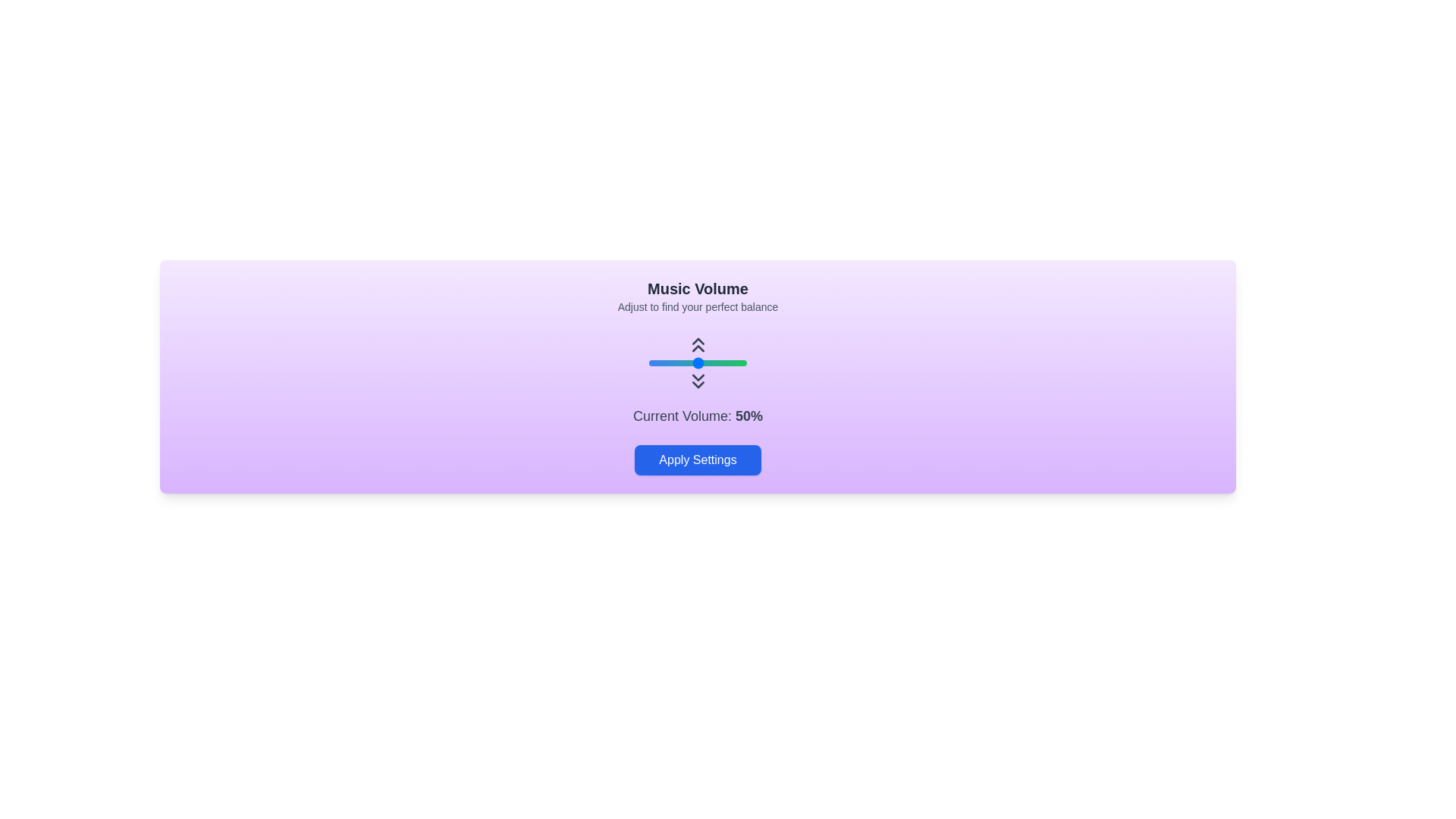  I want to click on the volume slider to 63%, so click(710, 362).